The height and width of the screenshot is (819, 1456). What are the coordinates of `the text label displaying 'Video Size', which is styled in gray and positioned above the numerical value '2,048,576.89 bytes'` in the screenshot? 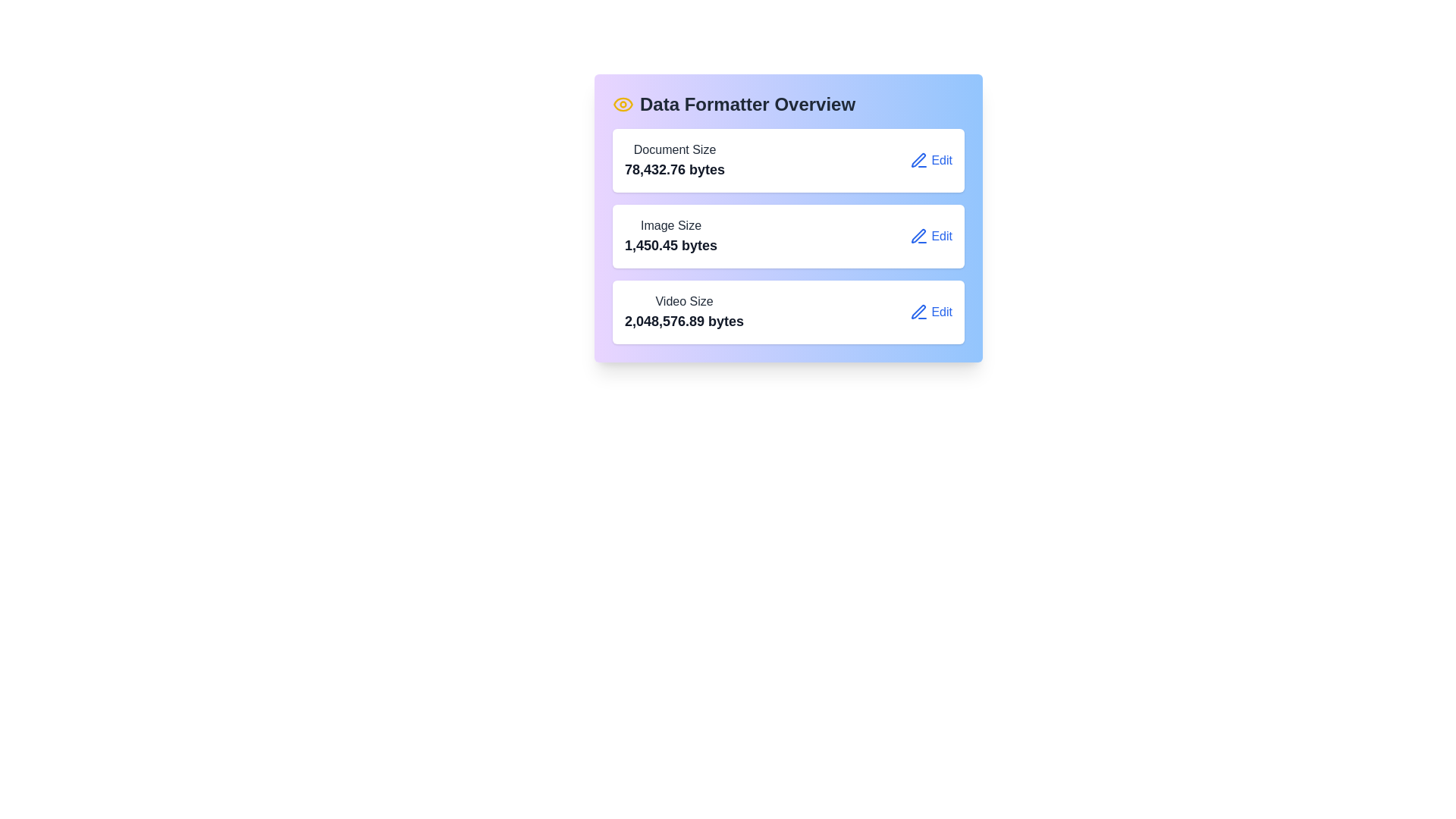 It's located at (683, 301).